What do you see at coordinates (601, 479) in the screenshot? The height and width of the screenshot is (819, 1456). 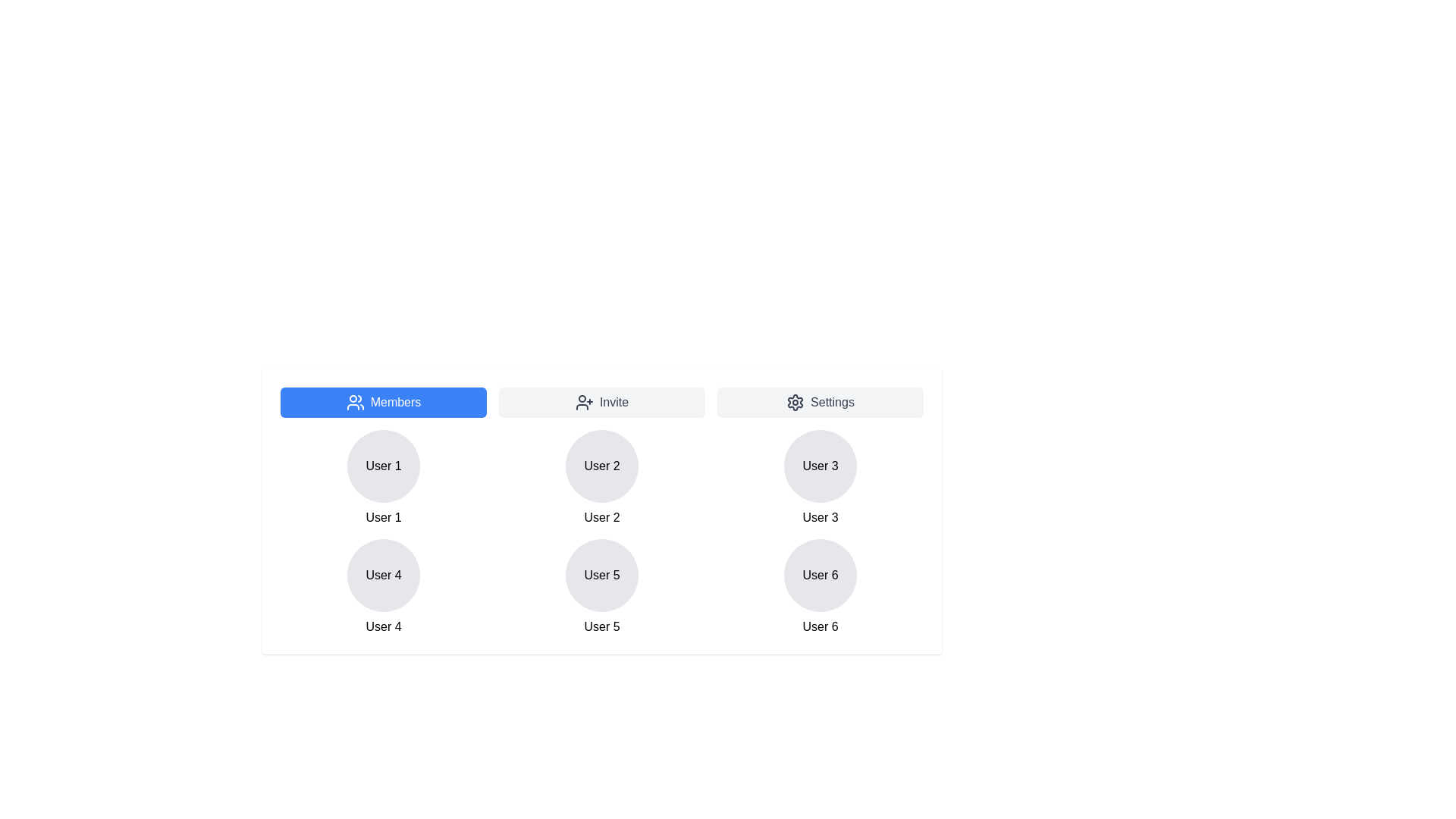 I see `visual identifier element labeled 'User 2', which features a circular gray icon above the text, located in the second position of the top row within the grid structure` at bounding box center [601, 479].